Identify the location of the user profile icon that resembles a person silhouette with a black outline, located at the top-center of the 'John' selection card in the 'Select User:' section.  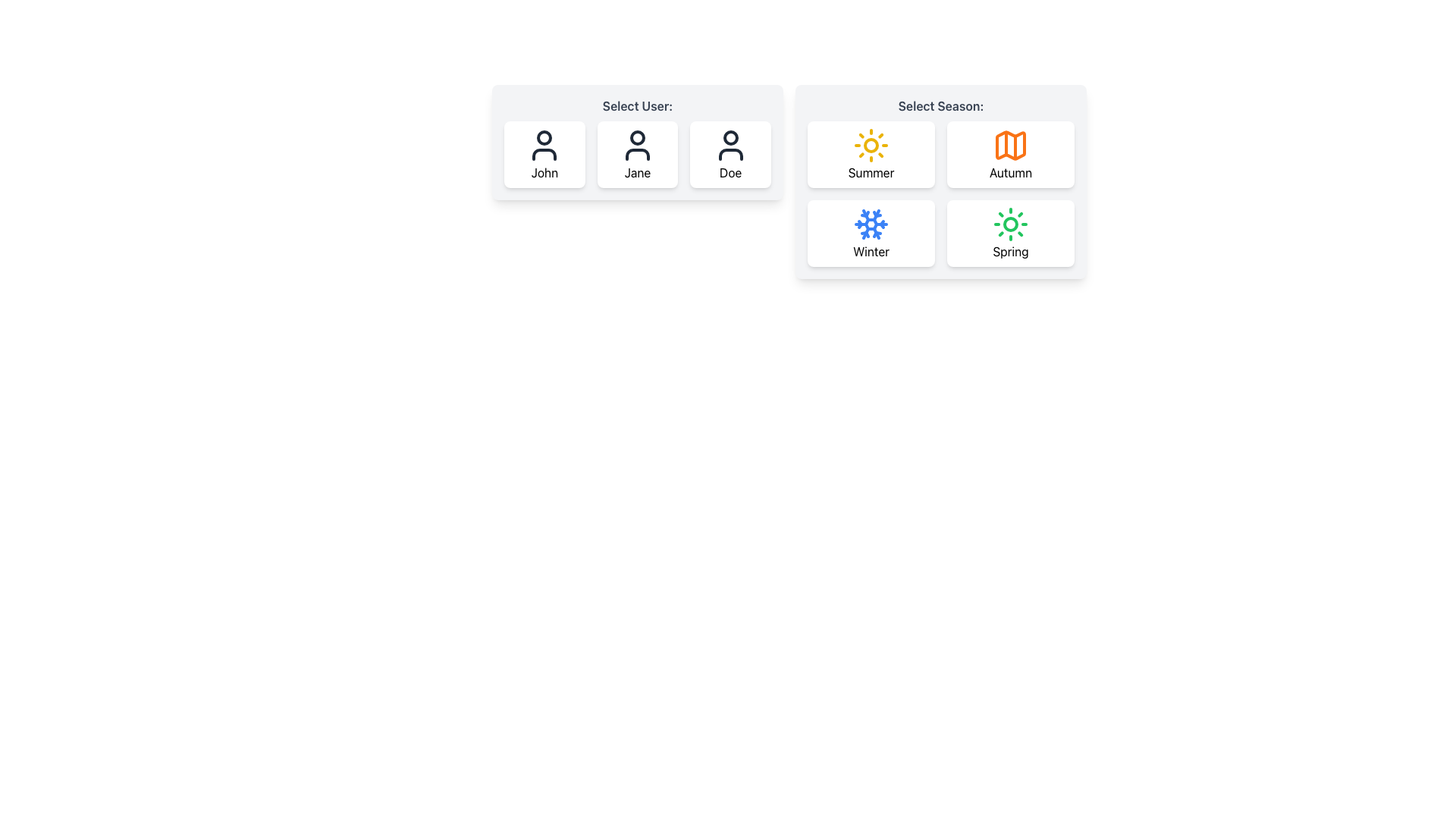
(544, 146).